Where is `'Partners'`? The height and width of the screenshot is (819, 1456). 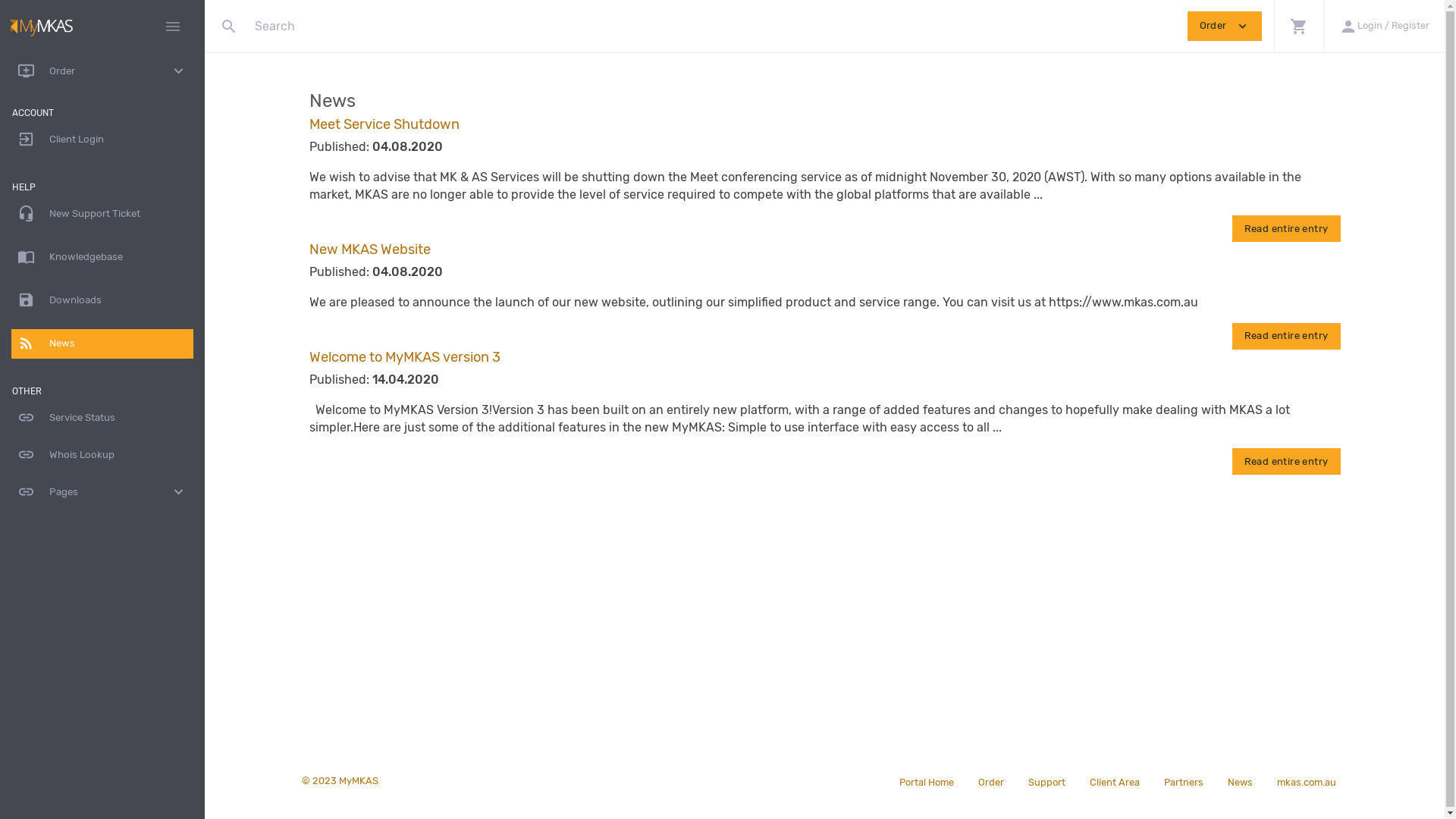 'Partners' is located at coordinates (1182, 781).